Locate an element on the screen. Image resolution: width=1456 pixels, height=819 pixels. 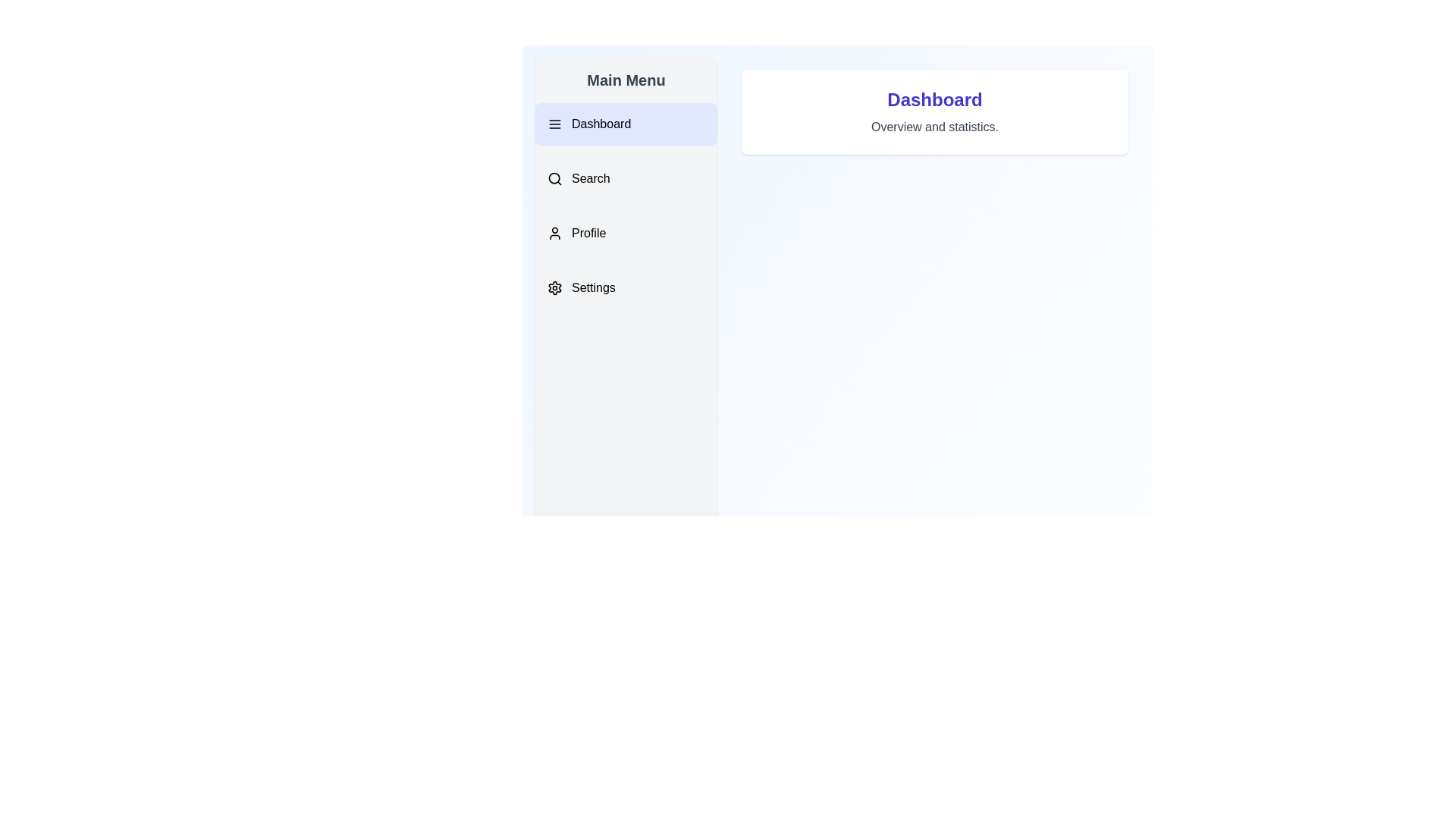
the menu item Dashboard to highlight it is located at coordinates (626, 124).